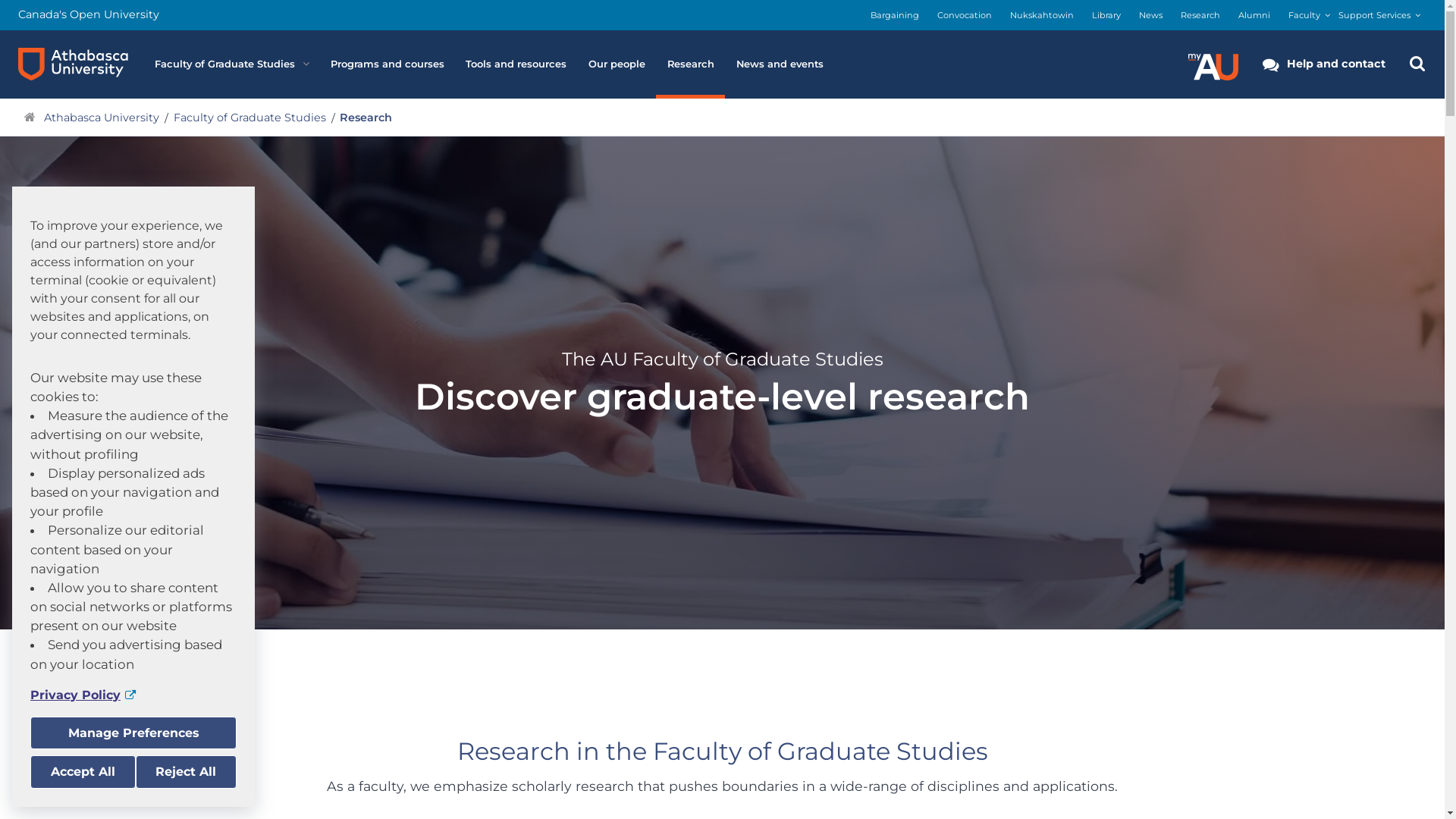 Image resolution: width=1456 pixels, height=819 pixels. What do you see at coordinates (895, 15) in the screenshot?
I see `'Bargaining'` at bounding box center [895, 15].